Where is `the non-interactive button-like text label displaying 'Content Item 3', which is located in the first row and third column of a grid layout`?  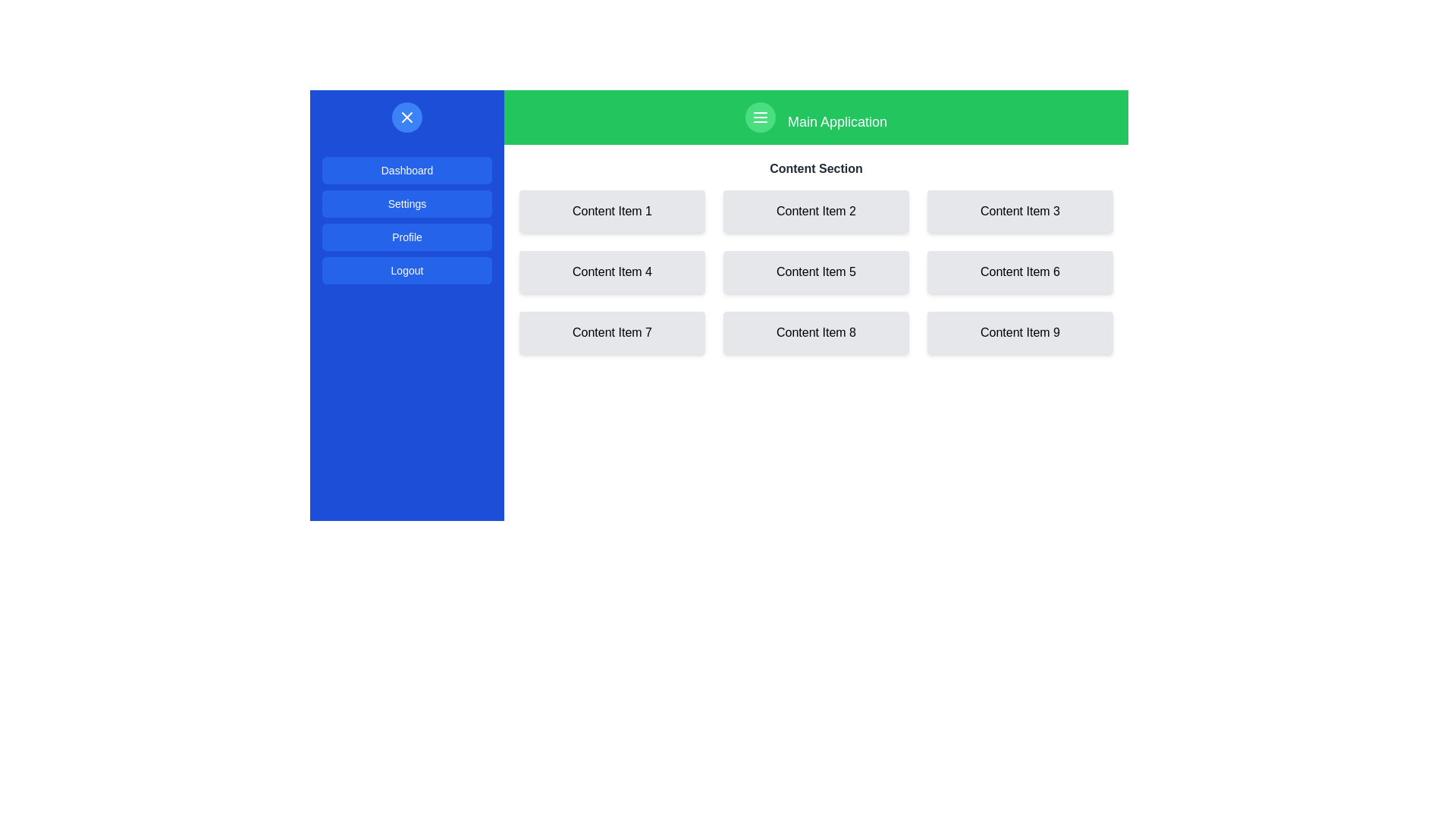
the non-interactive button-like text label displaying 'Content Item 3', which is located in the first row and third column of a grid layout is located at coordinates (1020, 211).